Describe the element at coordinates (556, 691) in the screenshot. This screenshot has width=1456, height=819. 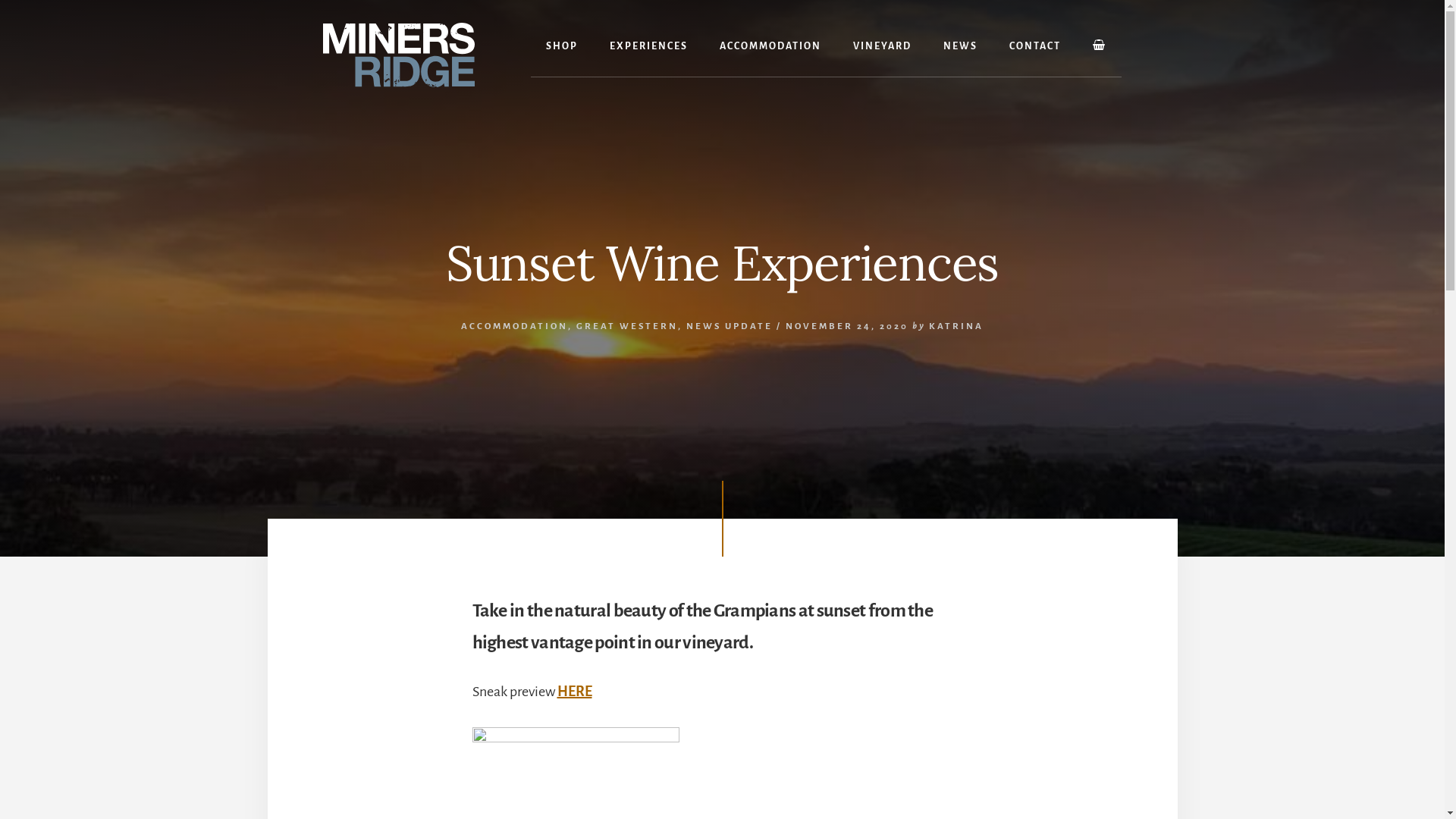
I see `'HERE'` at that location.